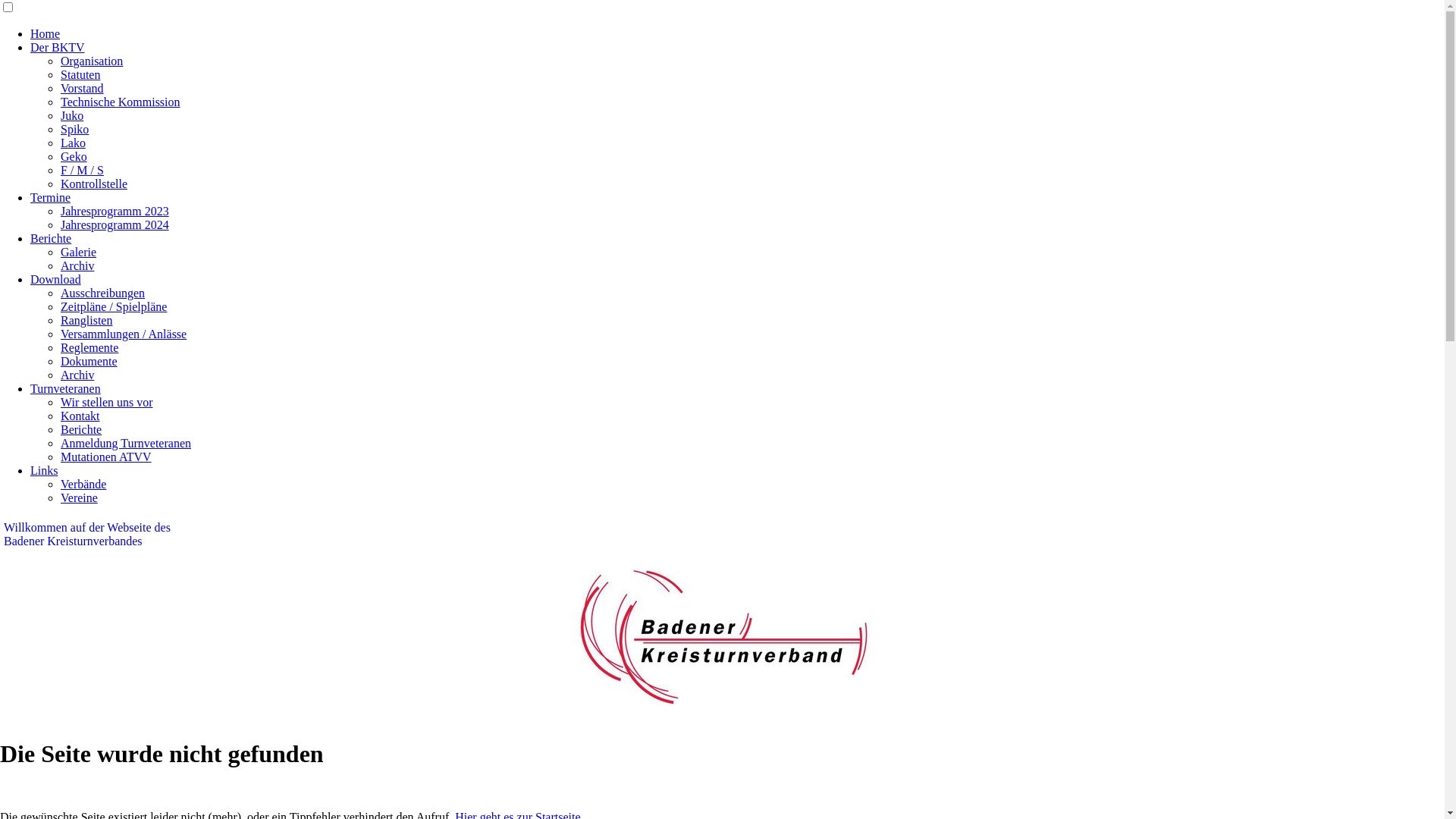 This screenshot has height=819, width=1456. I want to click on 'Galerie', so click(77, 251).